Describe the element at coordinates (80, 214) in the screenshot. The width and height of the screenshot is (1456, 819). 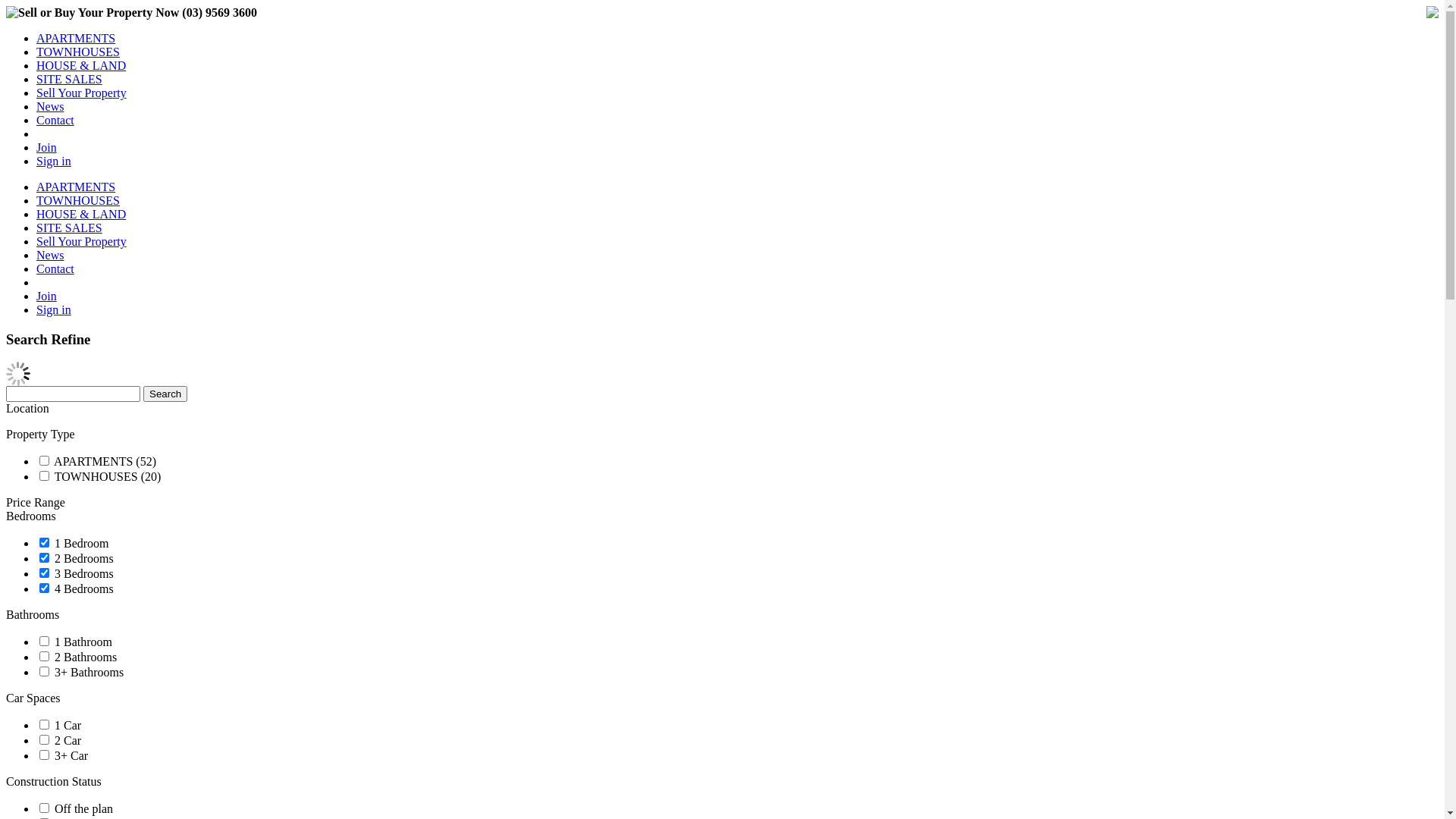
I see `'HOUSE & LAND'` at that location.